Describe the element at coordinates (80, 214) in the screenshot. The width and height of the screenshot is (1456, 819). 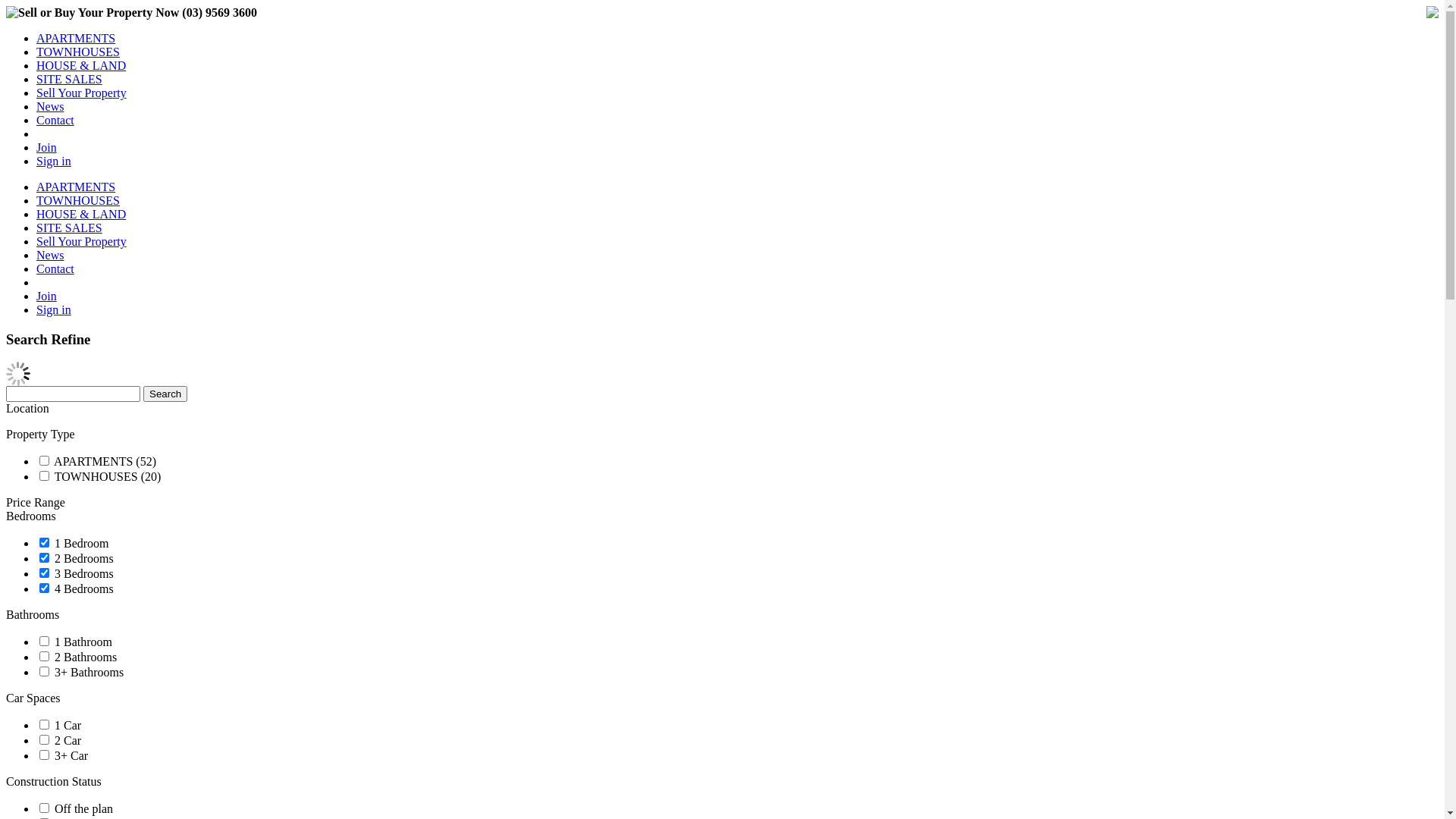
I see `'HOUSE & LAND'` at that location.